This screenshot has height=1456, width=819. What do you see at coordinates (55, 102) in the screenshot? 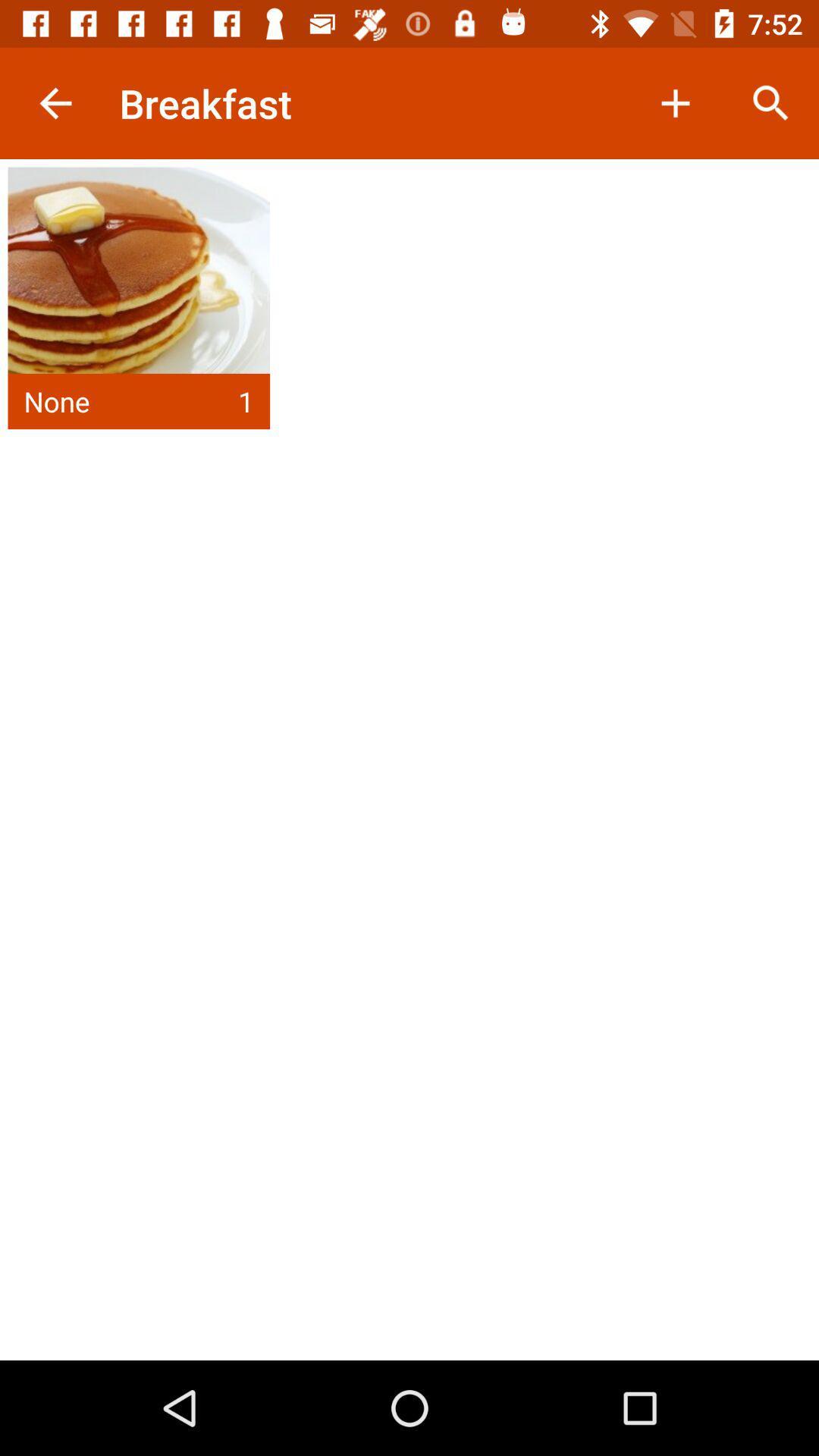
I see `app next to the breakfast item` at bounding box center [55, 102].